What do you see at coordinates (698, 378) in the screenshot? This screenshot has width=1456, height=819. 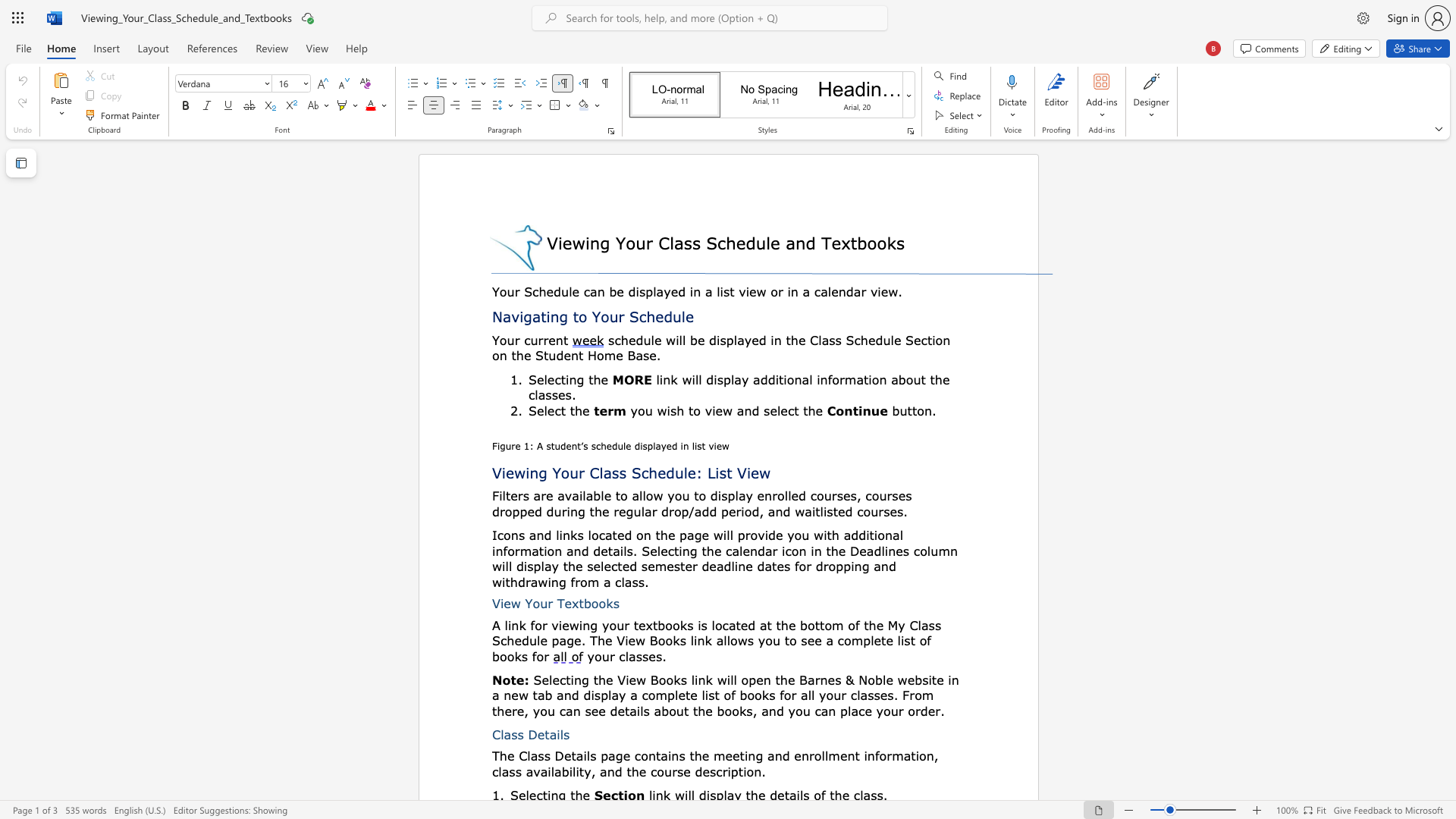 I see `the subset text "l disp" within the text "link will display"` at bounding box center [698, 378].